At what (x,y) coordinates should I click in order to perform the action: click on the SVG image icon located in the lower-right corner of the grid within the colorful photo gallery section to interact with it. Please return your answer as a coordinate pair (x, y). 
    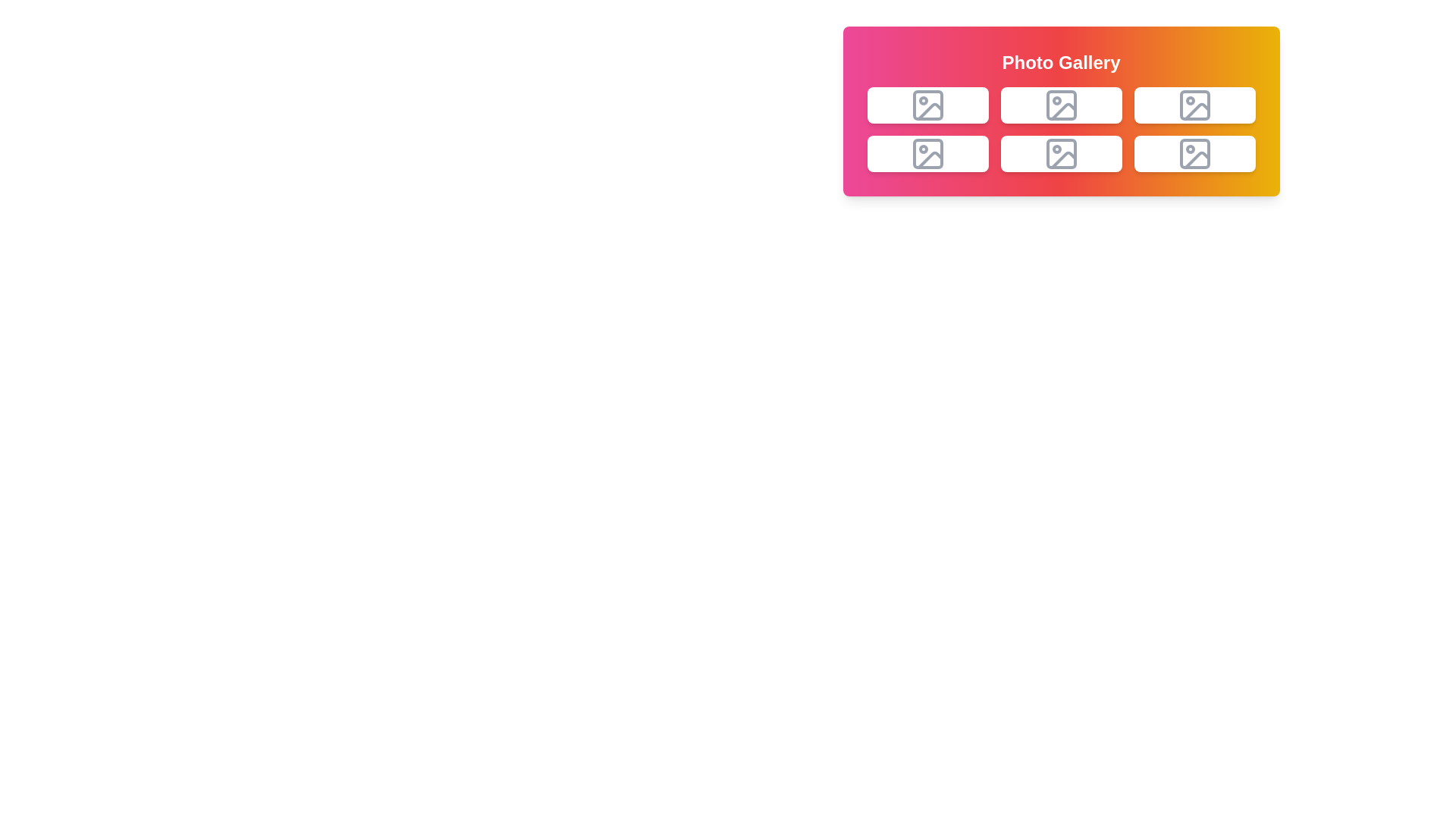
    Looking at the image, I should click on (1194, 154).